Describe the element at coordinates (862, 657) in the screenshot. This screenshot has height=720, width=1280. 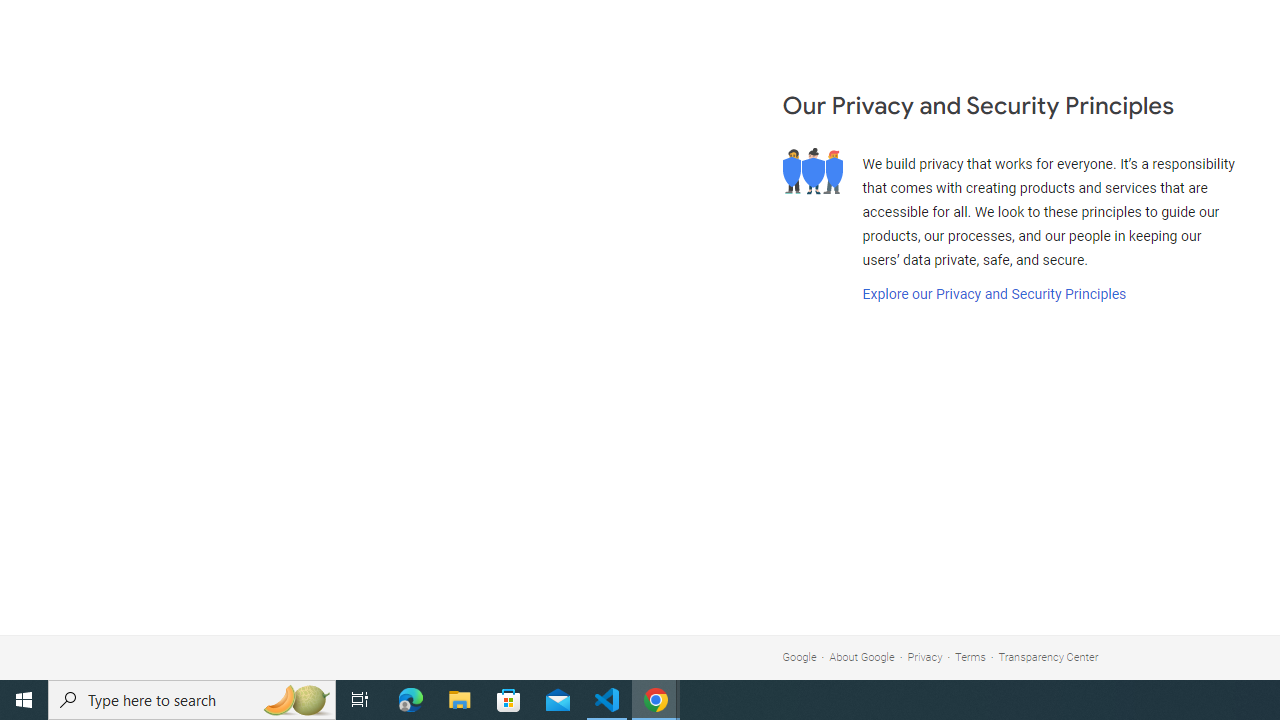
I see `'About Google'` at that location.